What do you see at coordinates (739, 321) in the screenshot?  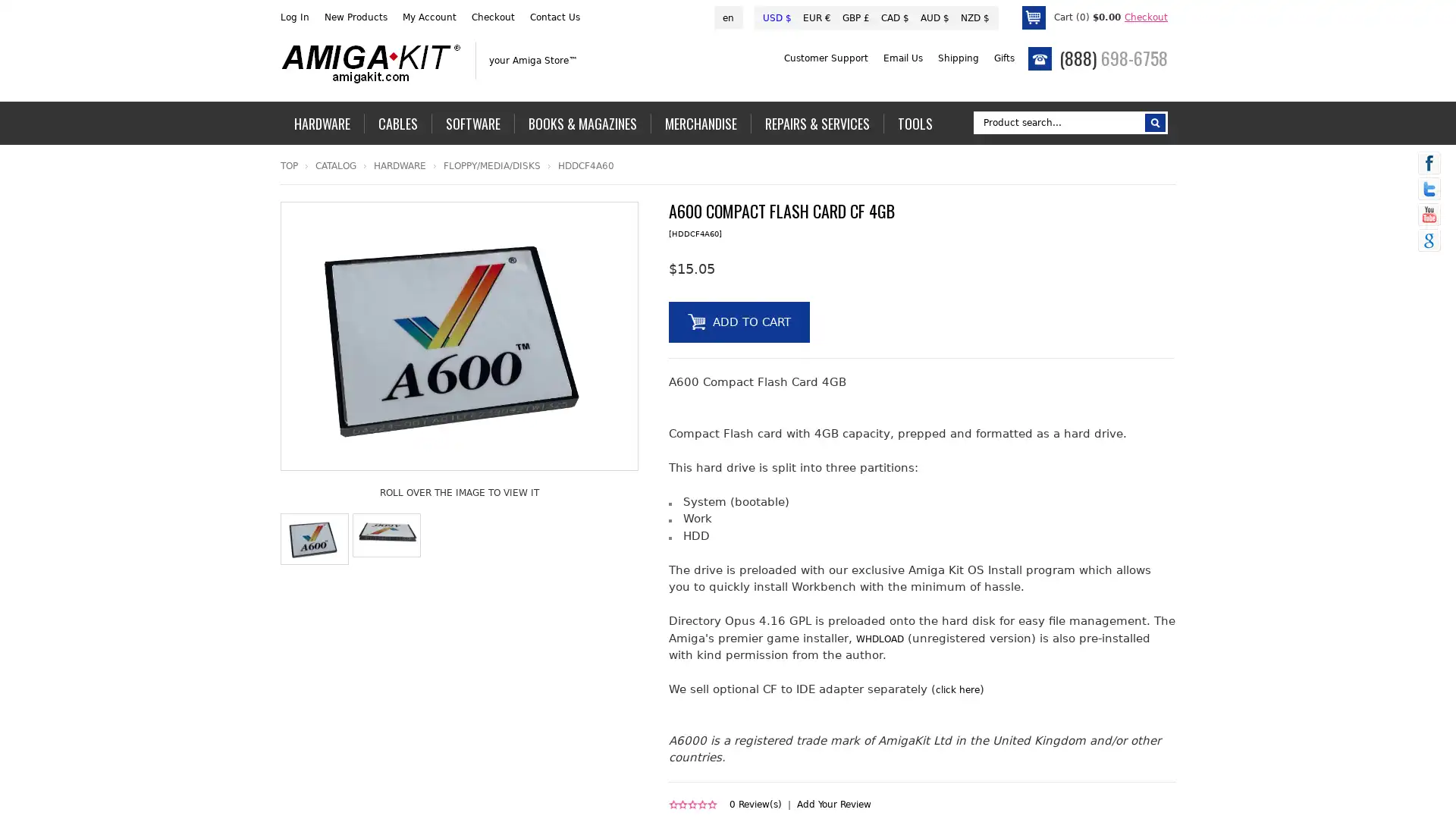 I see `ADD TO CART` at bounding box center [739, 321].